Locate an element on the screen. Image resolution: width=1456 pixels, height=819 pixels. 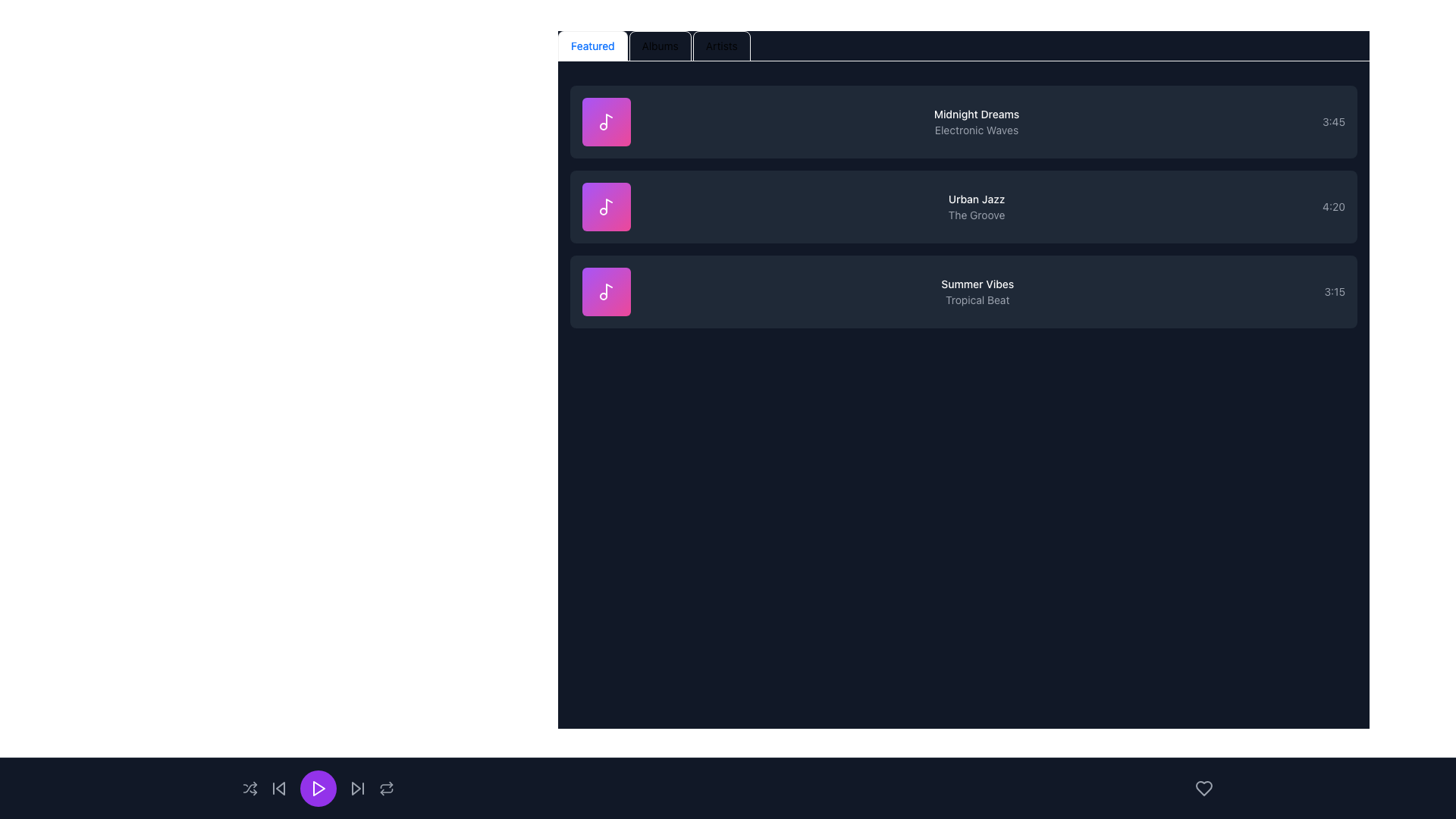
the music note icon is located at coordinates (607, 292).